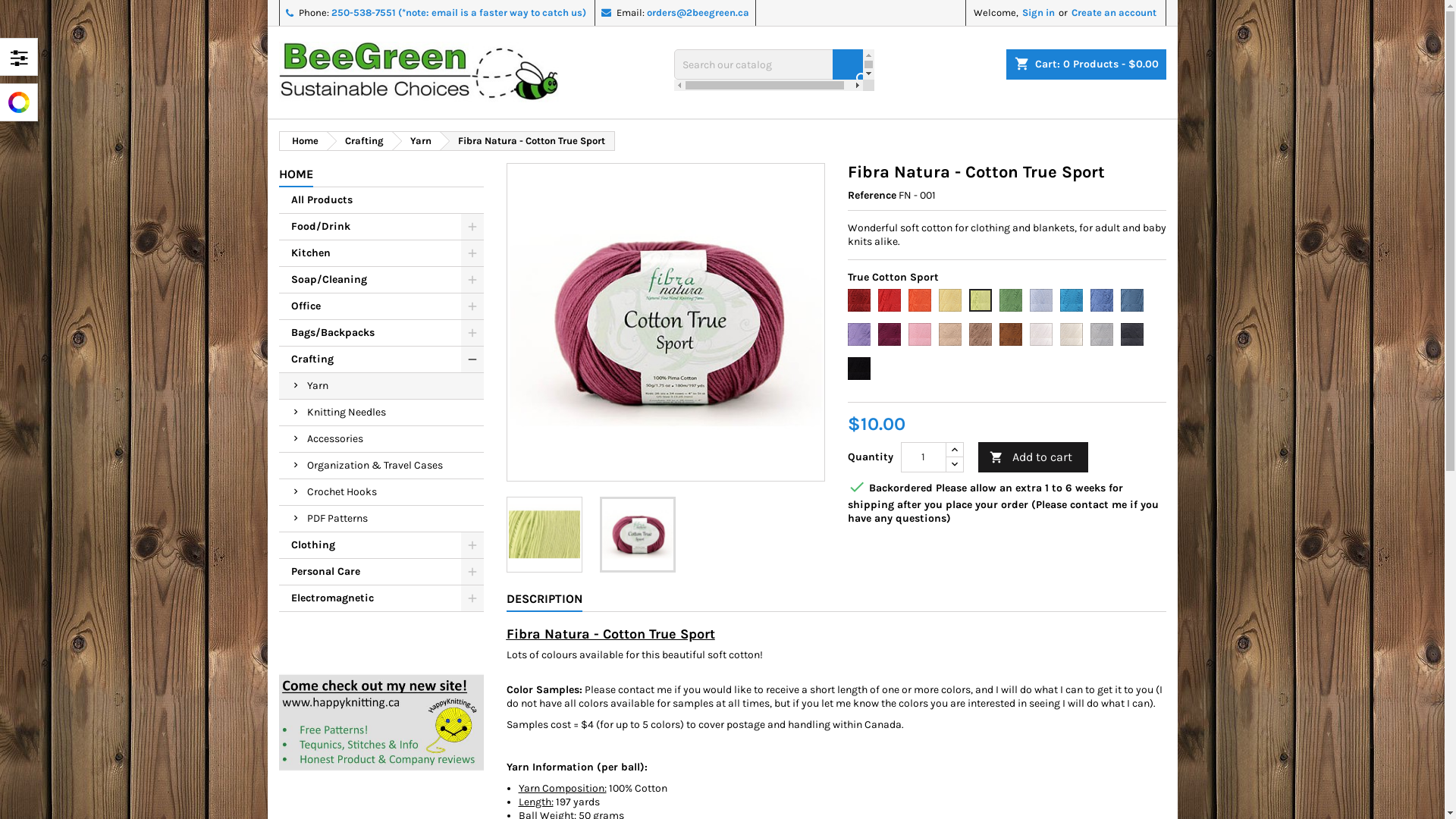 This screenshot has width=1456, height=819. I want to click on 'Create an account', so click(1113, 12).